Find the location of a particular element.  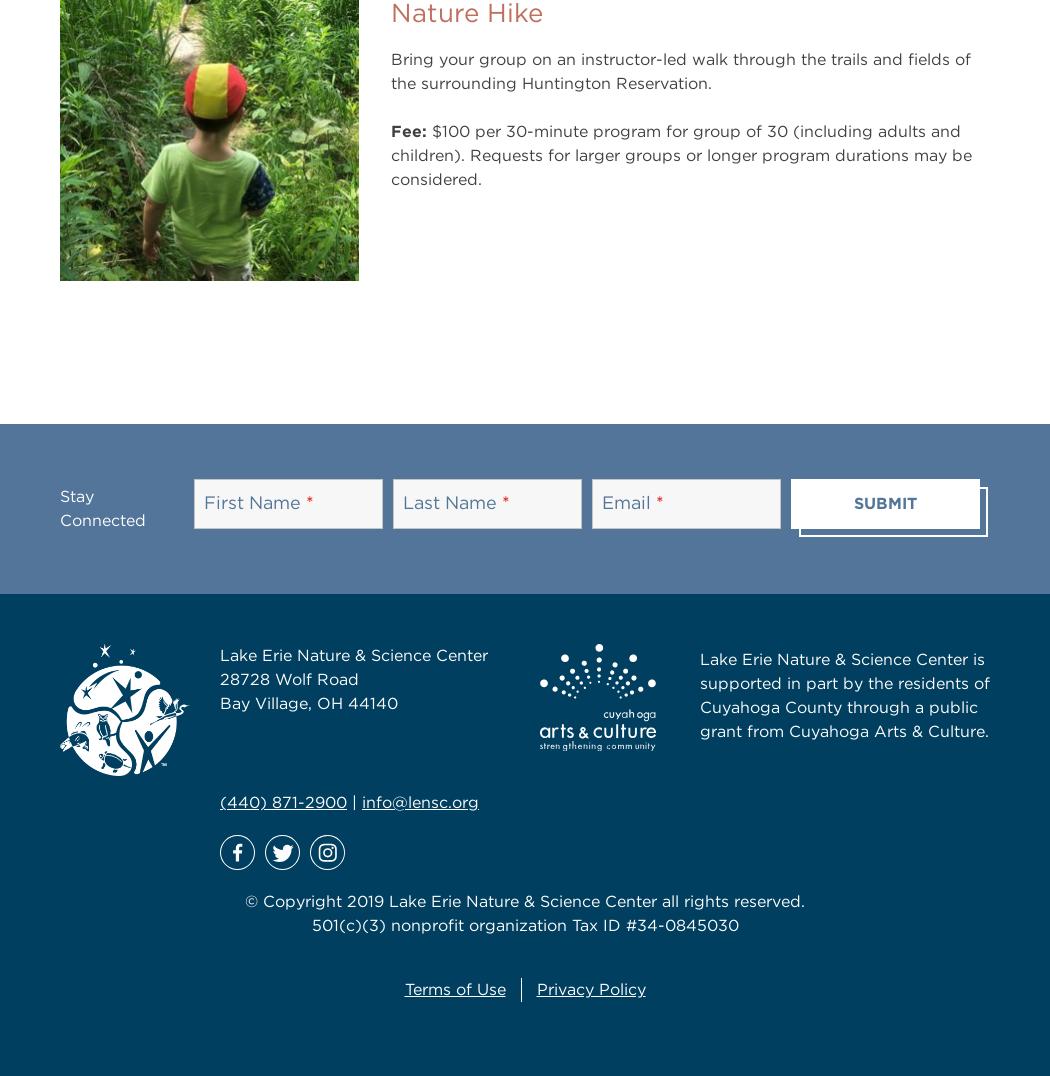

'Fee:' is located at coordinates (411, 130).